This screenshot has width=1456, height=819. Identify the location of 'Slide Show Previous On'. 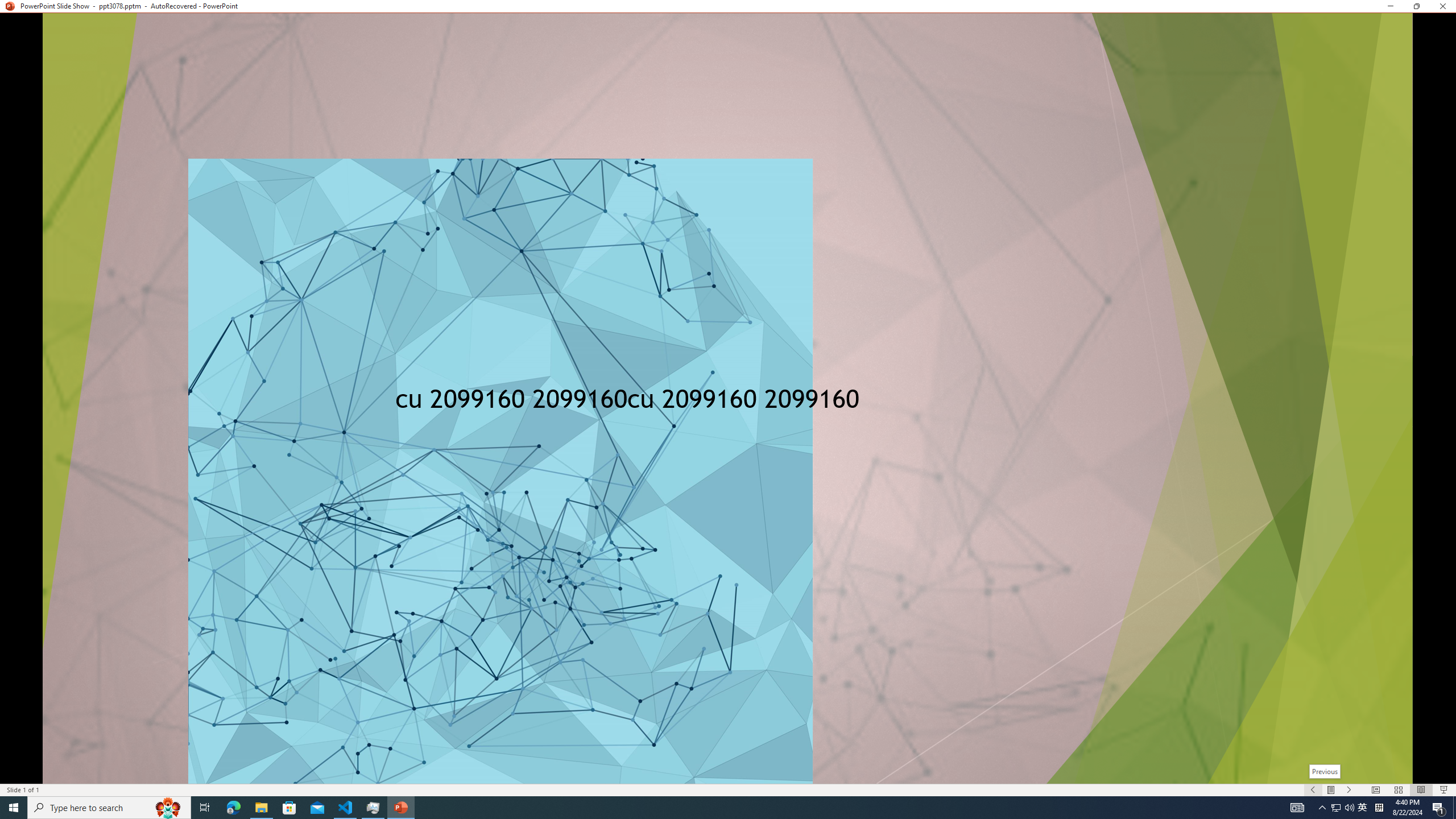
(1313, 790).